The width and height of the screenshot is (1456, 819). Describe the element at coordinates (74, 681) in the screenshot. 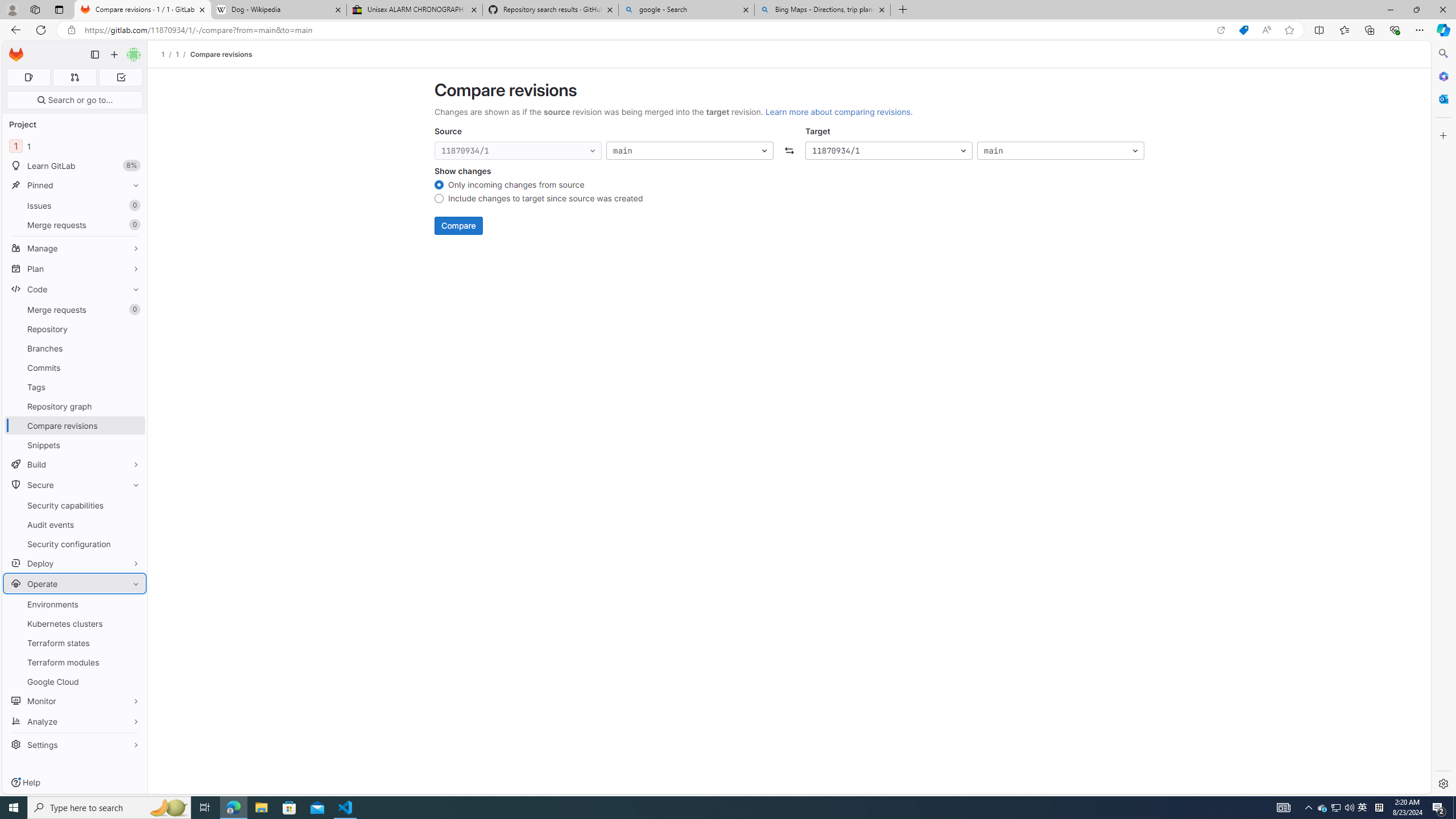

I see `'Google Cloud'` at that location.